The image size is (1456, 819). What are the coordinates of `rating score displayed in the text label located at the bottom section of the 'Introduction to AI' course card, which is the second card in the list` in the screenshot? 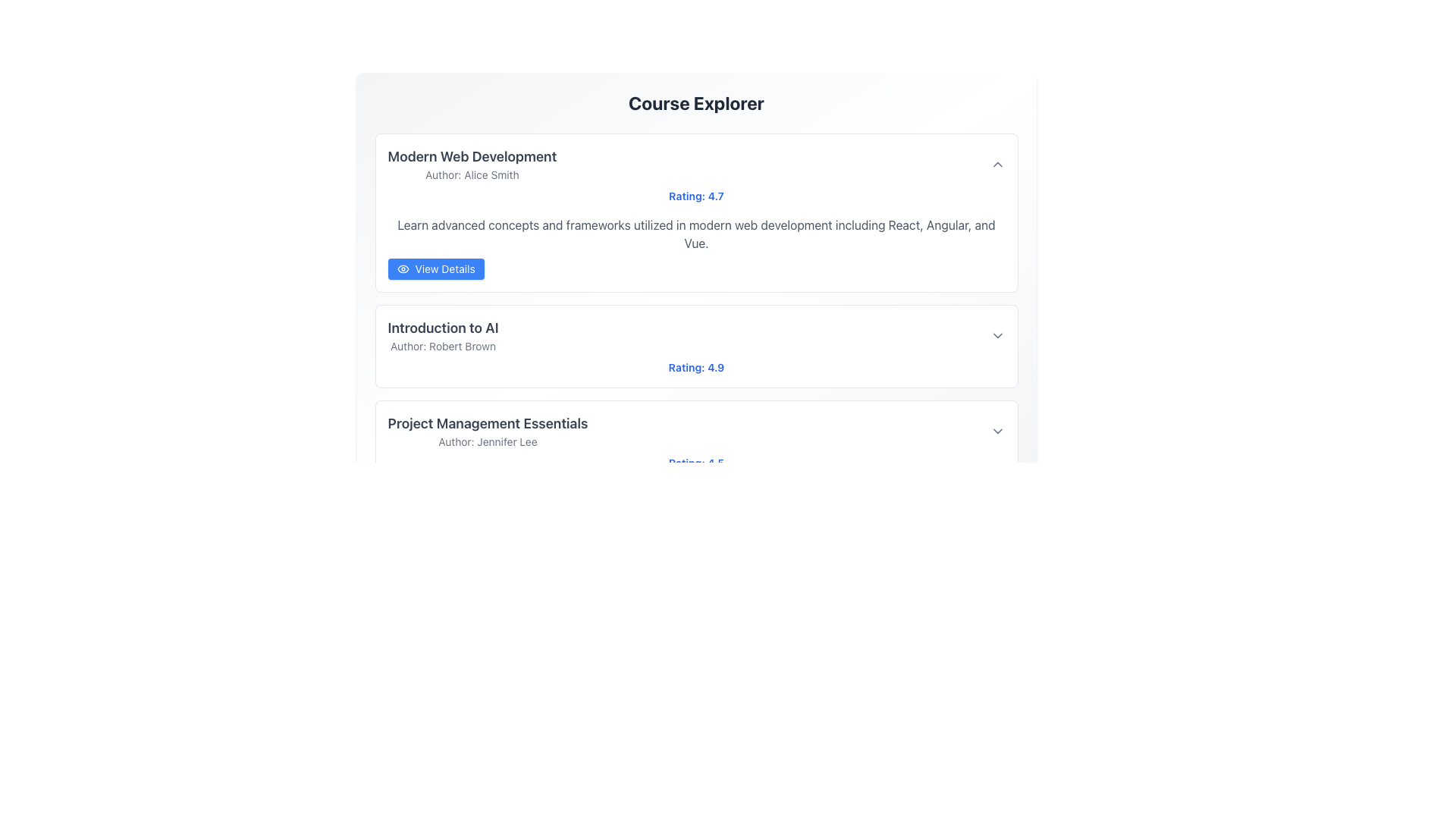 It's located at (695, 368).